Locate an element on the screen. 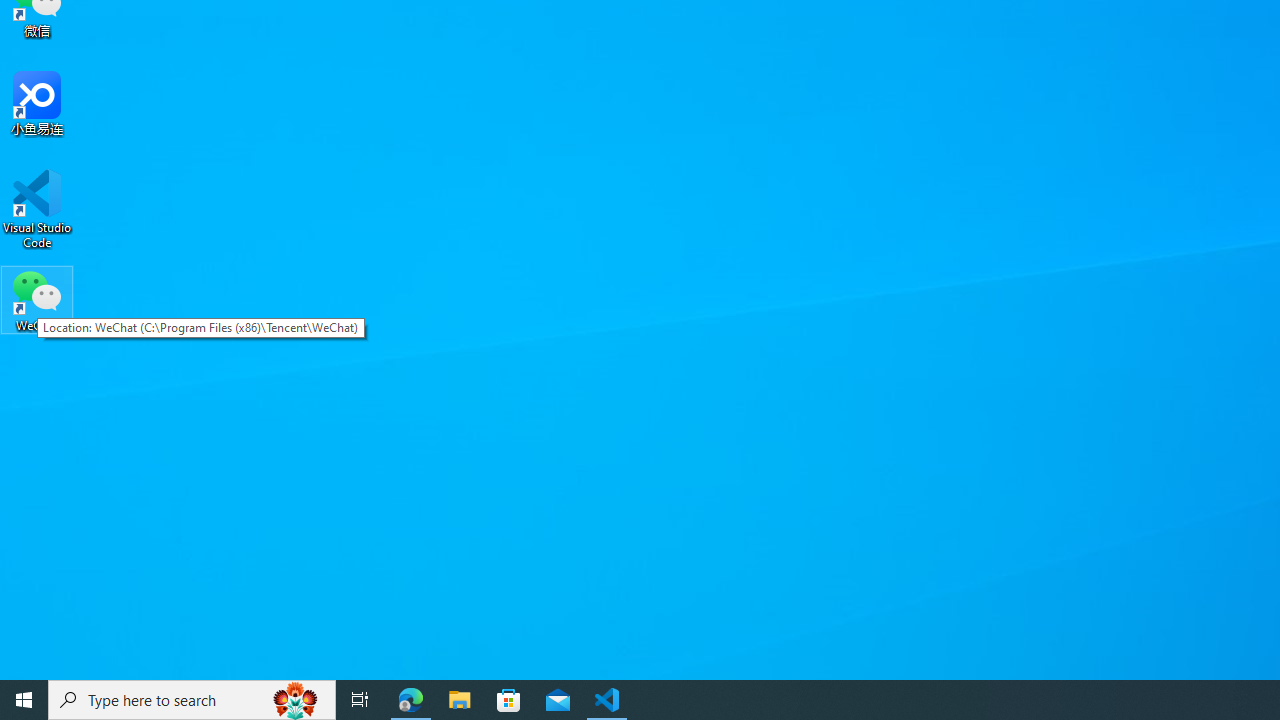 This screenshot has height=720, width=1280. 'Search highlights icon opens search home window' is located at coordinates (294, 698).